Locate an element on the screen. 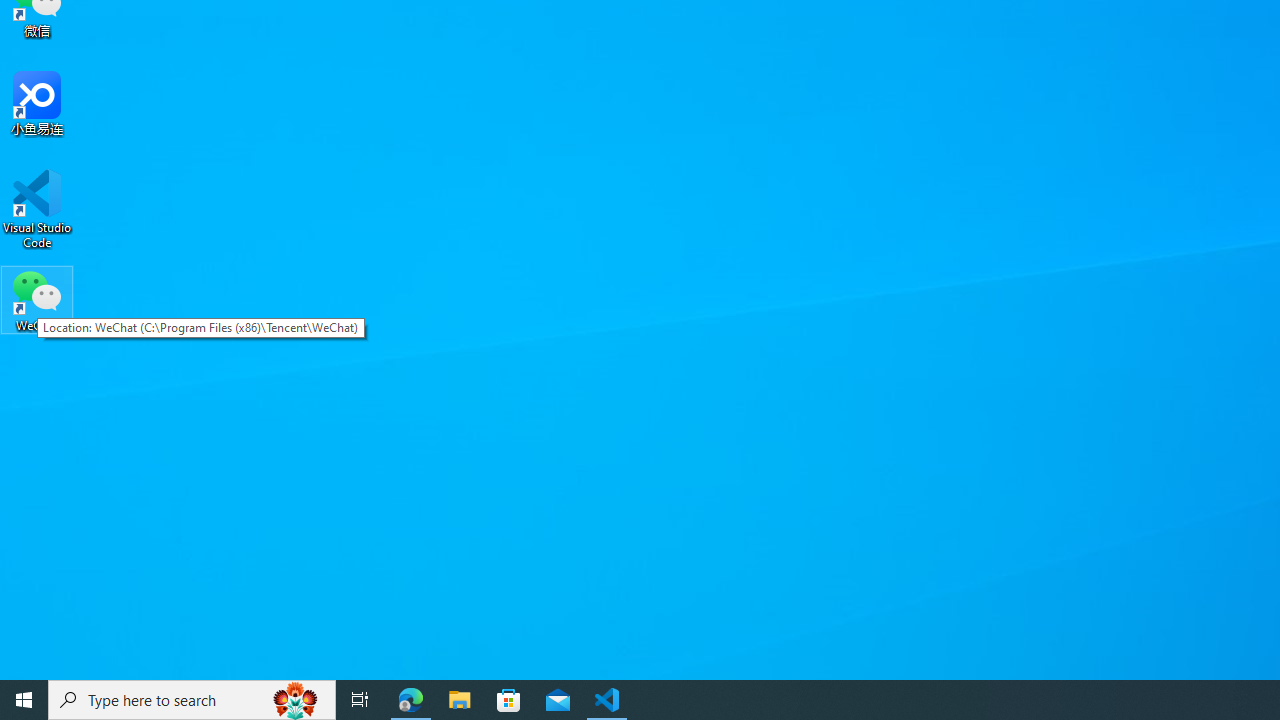 This screenshot has height=720, width=1280. 'Search highlights icon opens search home window' is located at coordinates (294, 698).